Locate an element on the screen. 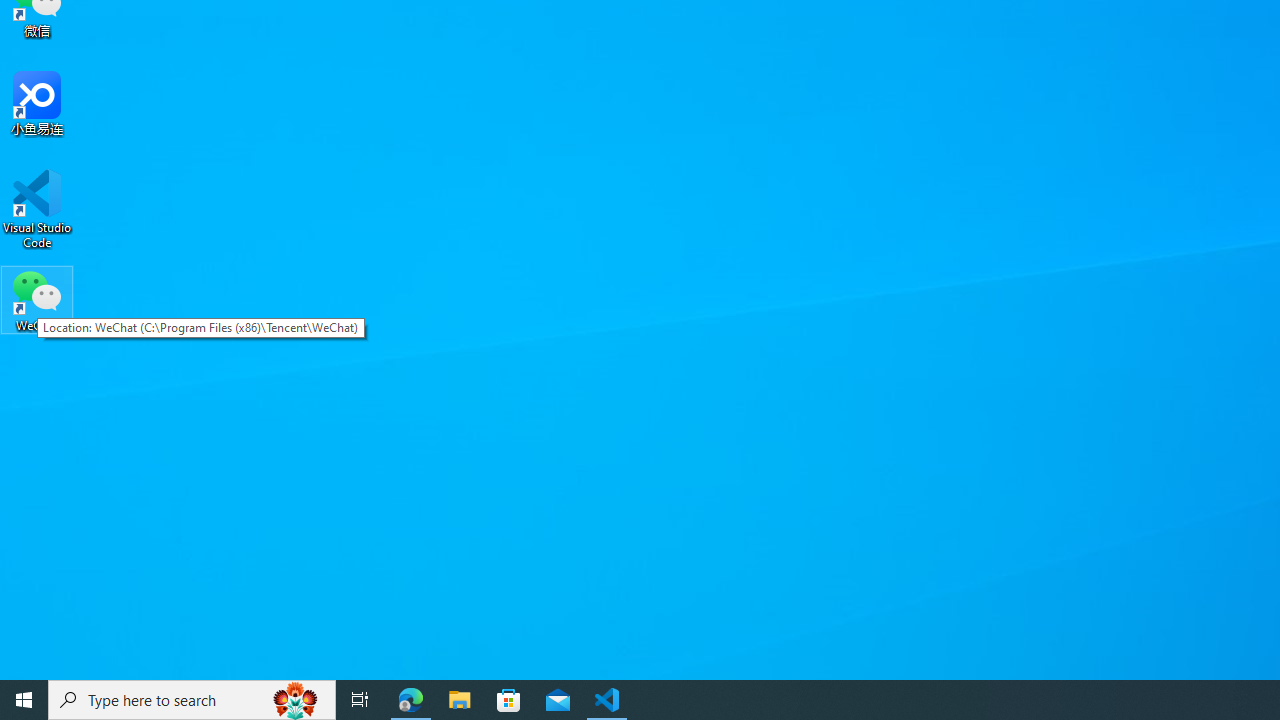 This screenshot has height=720, width=1280. 'Search highlights icon opens search home window' is located at coordinates (294, 698).